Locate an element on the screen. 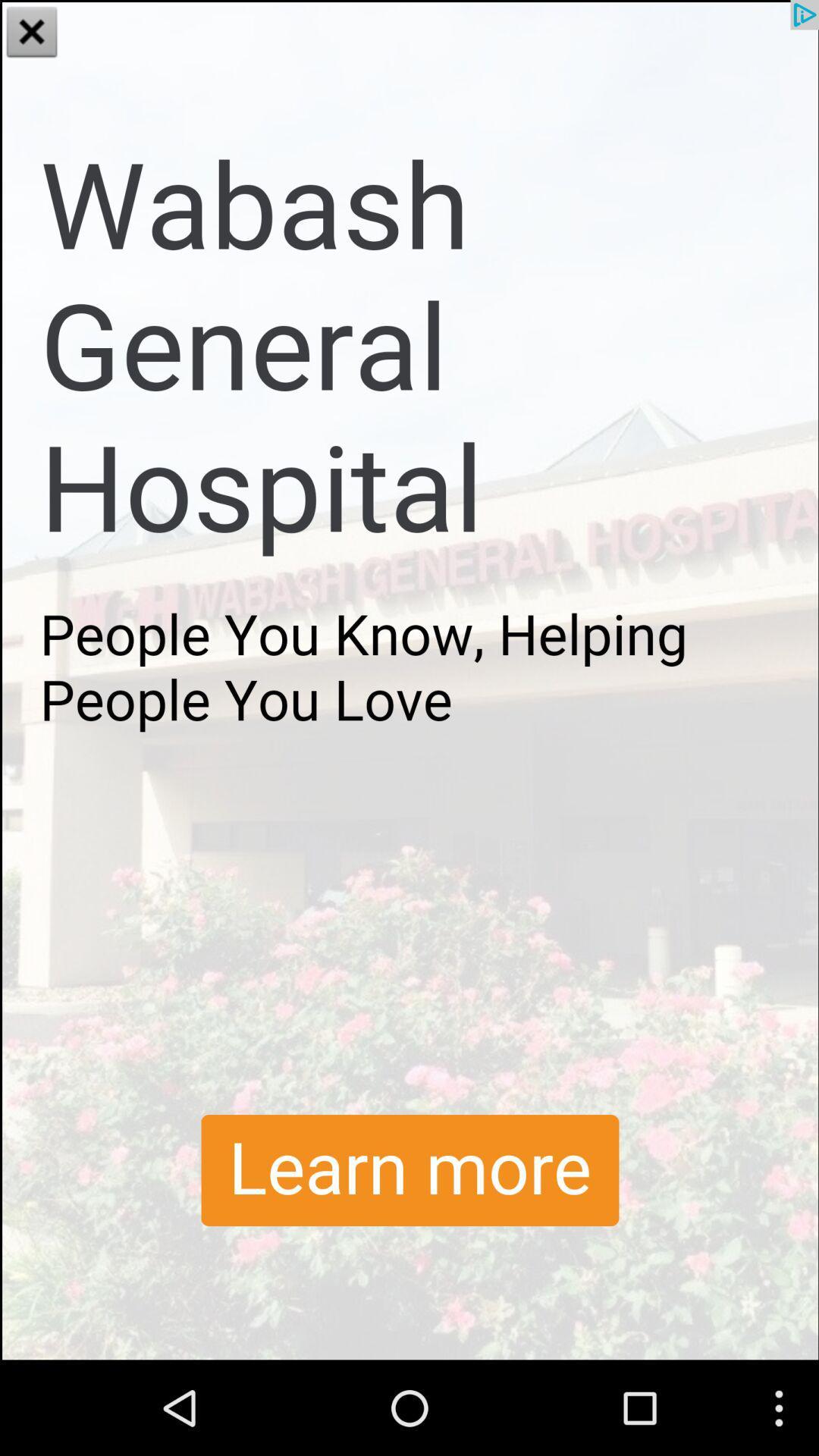 The width and height of the screenshot is (819, 1456). the close icon is located at coordinates (32, 33).